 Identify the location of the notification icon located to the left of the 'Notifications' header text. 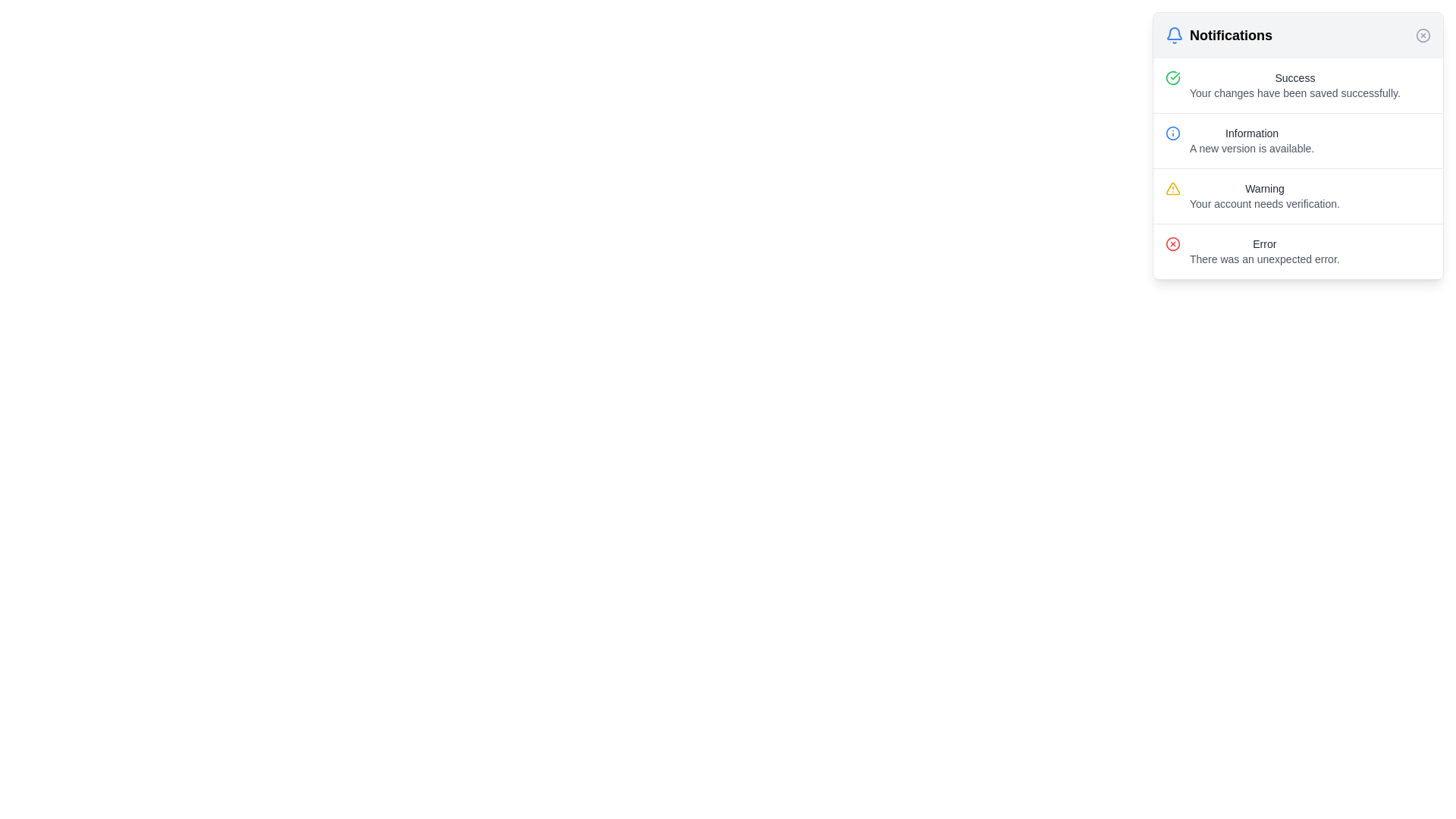
(1174, 34).